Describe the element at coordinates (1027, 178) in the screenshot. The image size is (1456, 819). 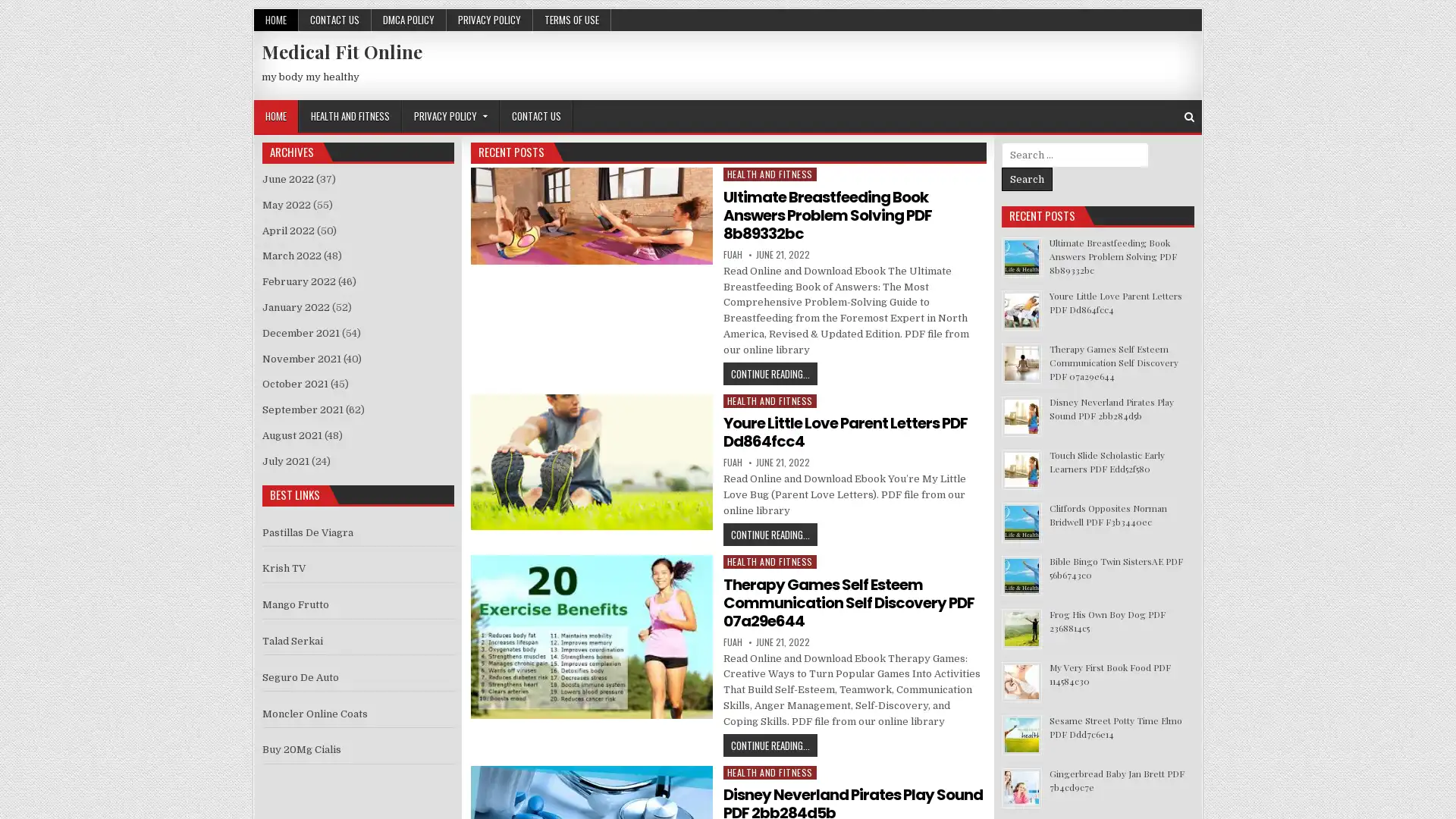
I see `Search` at that location.